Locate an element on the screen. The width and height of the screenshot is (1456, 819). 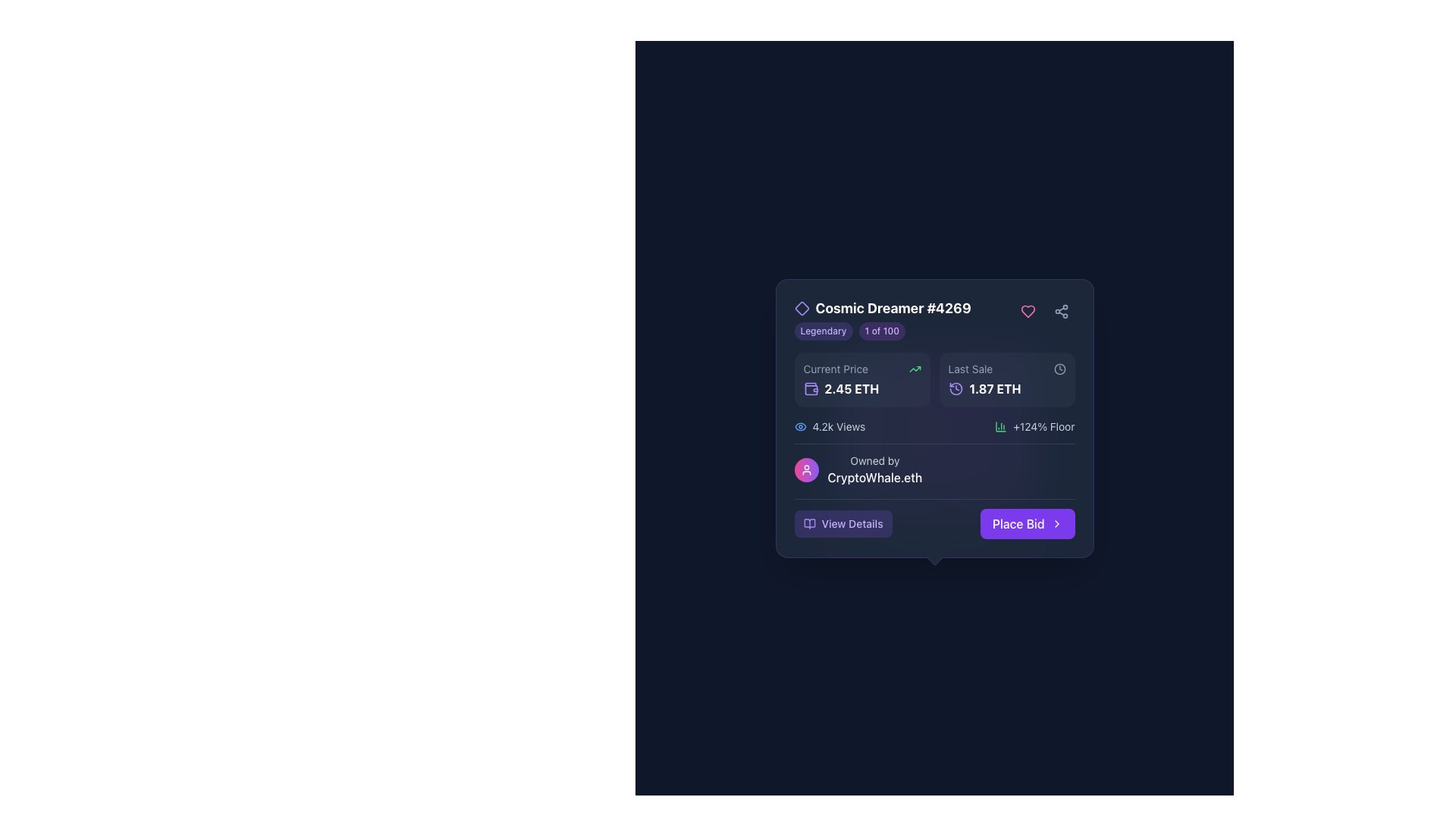
details of the textual UI component displaying 'Cosmic Dreamer #4269', which includes the title, rarity label 'Legendary', and edition '1 of 100', along with the diamond-shaped icon on the left is located at coordinates (883, 318).